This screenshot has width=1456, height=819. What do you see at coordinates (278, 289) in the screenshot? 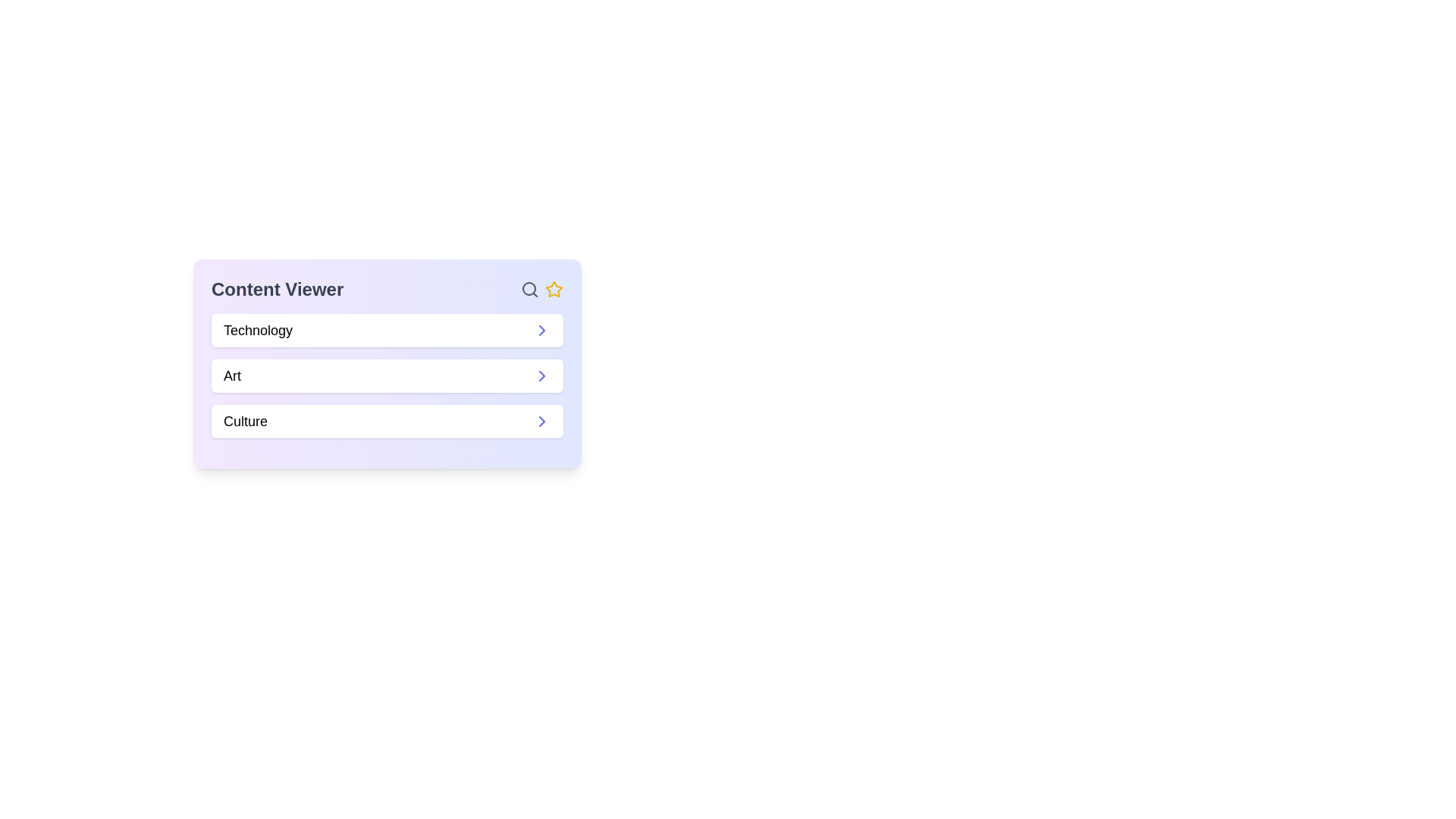
I see `the 'Content Viewer' label, which is styled in bold, extra-large dark gray font and positioned at the upper left of the module` at bounding box center [278, 289].